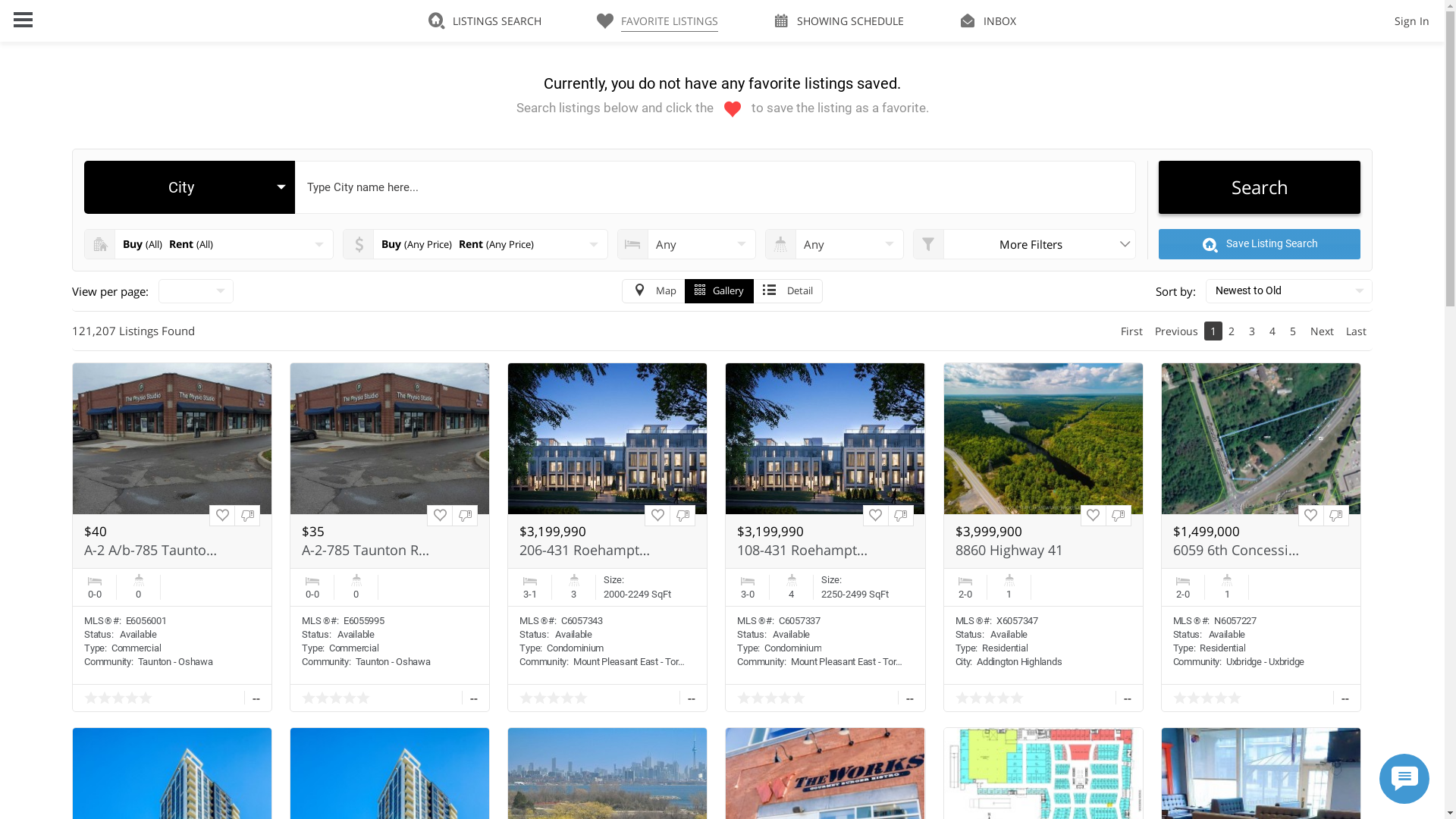 The height and width of the screenshot is (819, 1456). I want to click on 'Dislike', so click(1323, 514).